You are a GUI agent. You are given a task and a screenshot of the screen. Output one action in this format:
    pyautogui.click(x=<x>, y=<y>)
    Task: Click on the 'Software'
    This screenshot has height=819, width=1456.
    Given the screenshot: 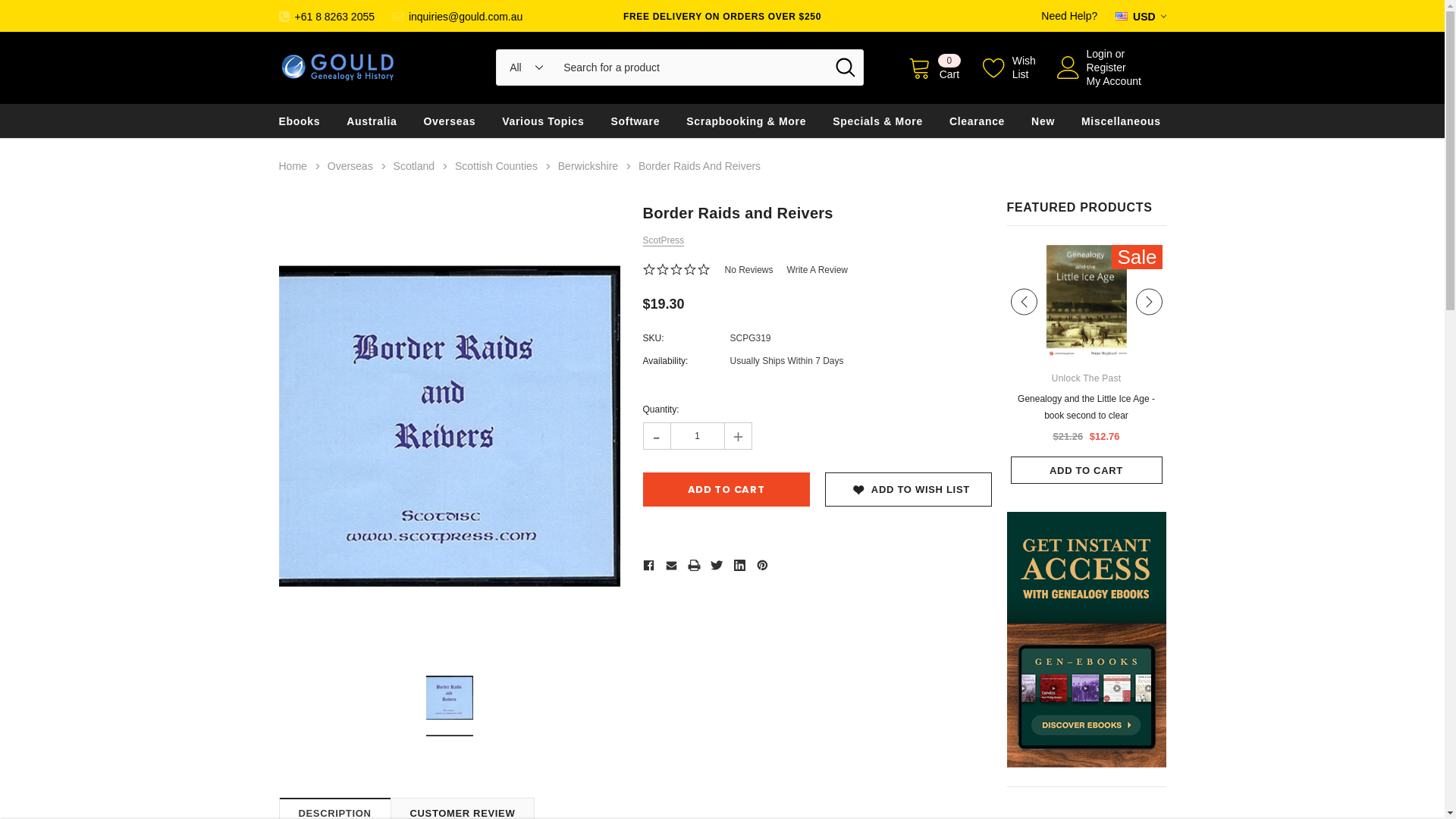 What is the action you would take?
    pyautogui.click(x=635, y=120)
    